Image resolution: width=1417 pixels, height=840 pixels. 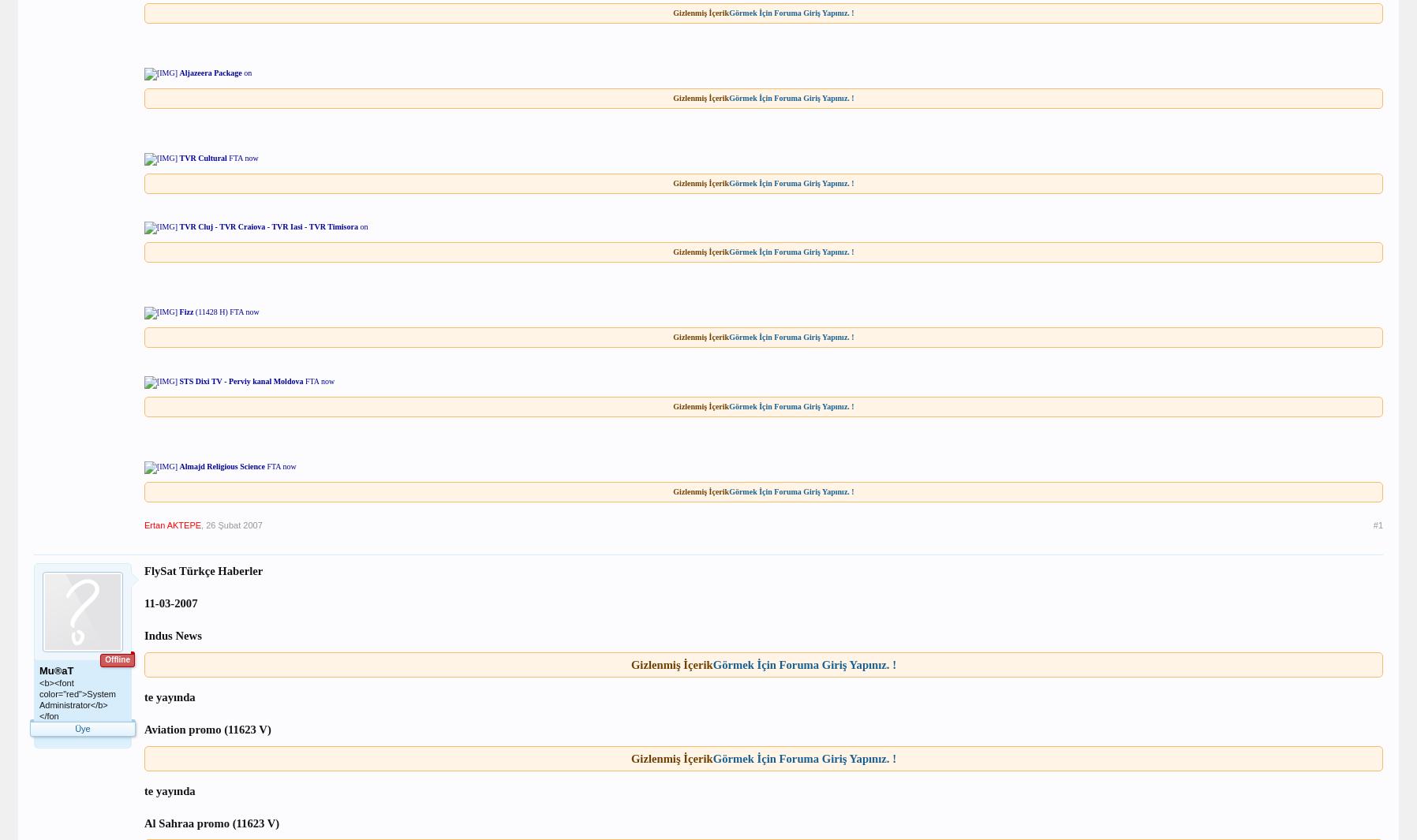 What do you see at coordinates (122, 778) in the screenshot?
I see `'1'` at bounding box center [122, 778].